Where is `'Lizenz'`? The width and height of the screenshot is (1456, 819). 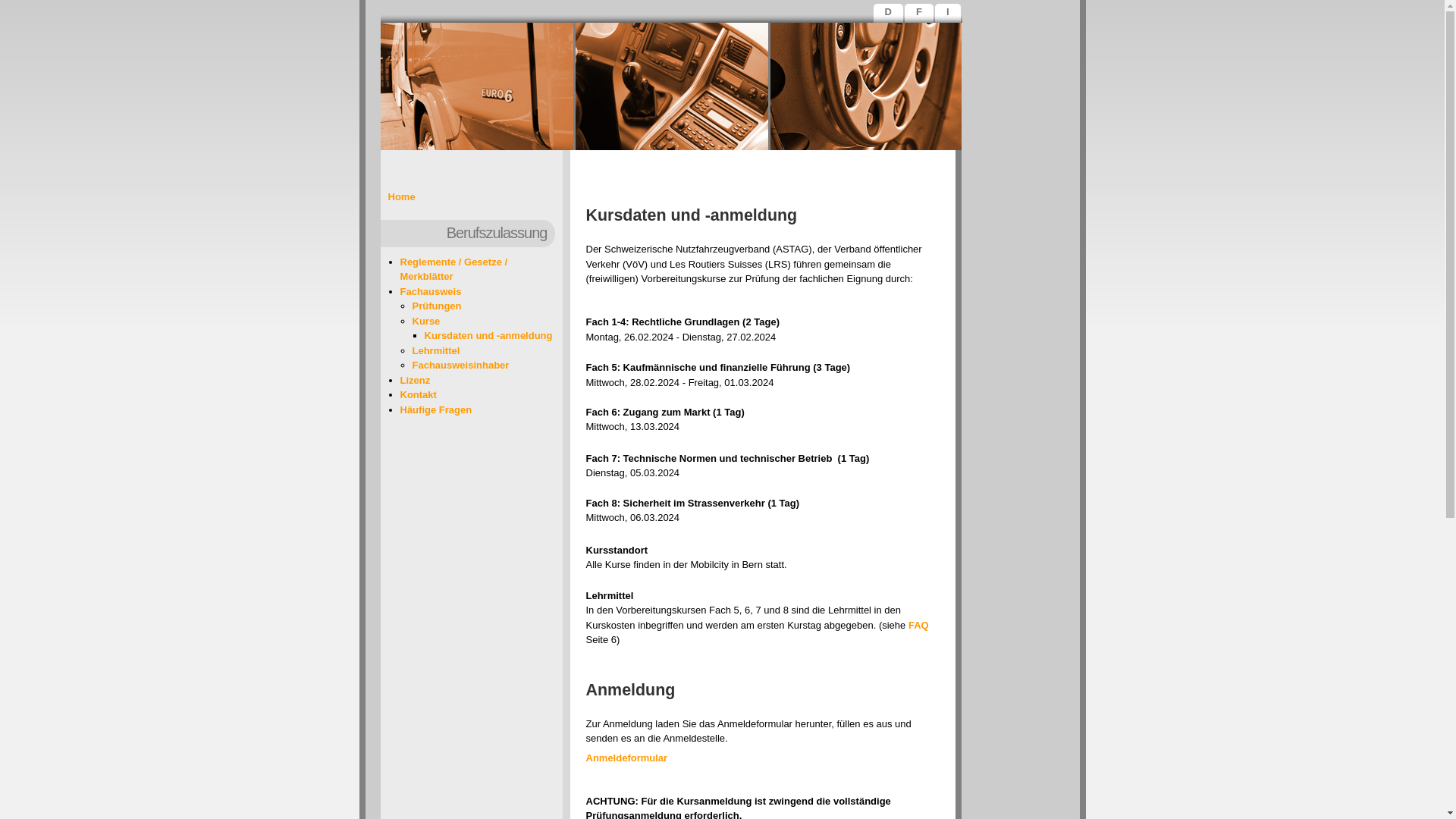
'Lizenz' is located at coordinates (415, 379).